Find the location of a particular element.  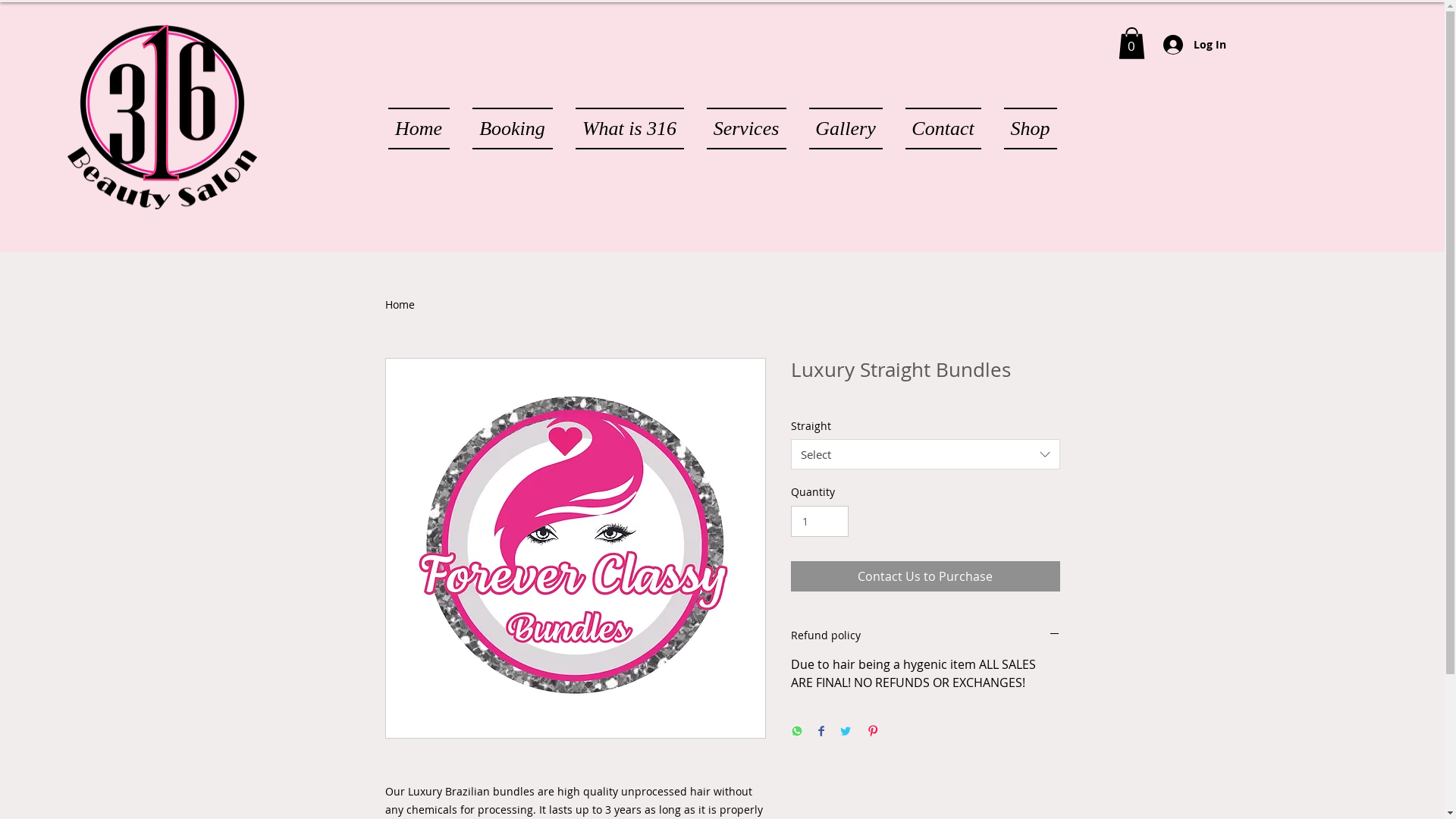

'Booking' is located at coordinates (513, 127).